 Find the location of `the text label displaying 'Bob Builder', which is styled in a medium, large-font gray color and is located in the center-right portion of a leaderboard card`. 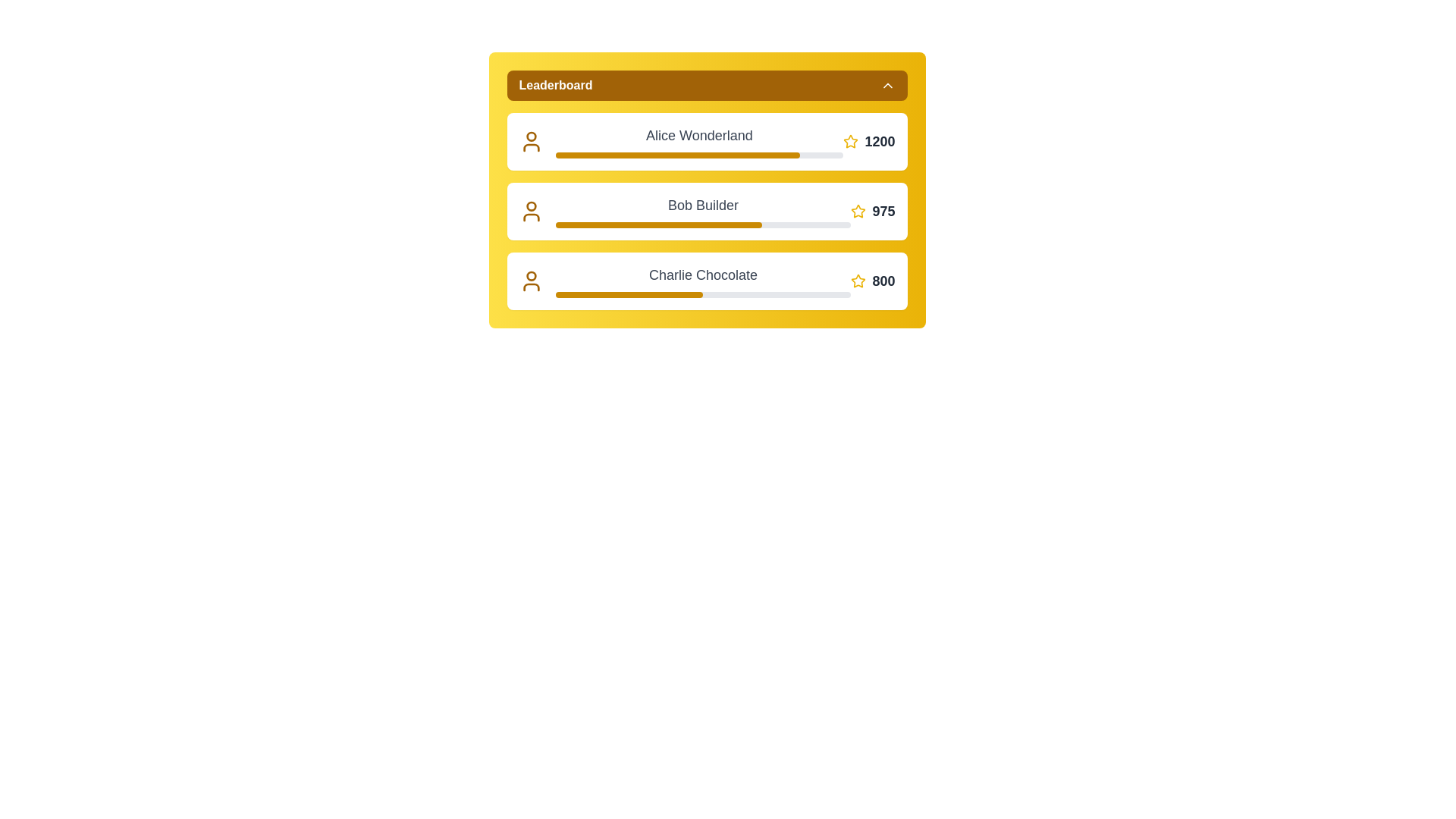

the text label displaying 'Bob Builder', which is styled in a medium, large-font gray color and is located in the center-right portion of a leaderboard card is located at coordinates (702, 211).